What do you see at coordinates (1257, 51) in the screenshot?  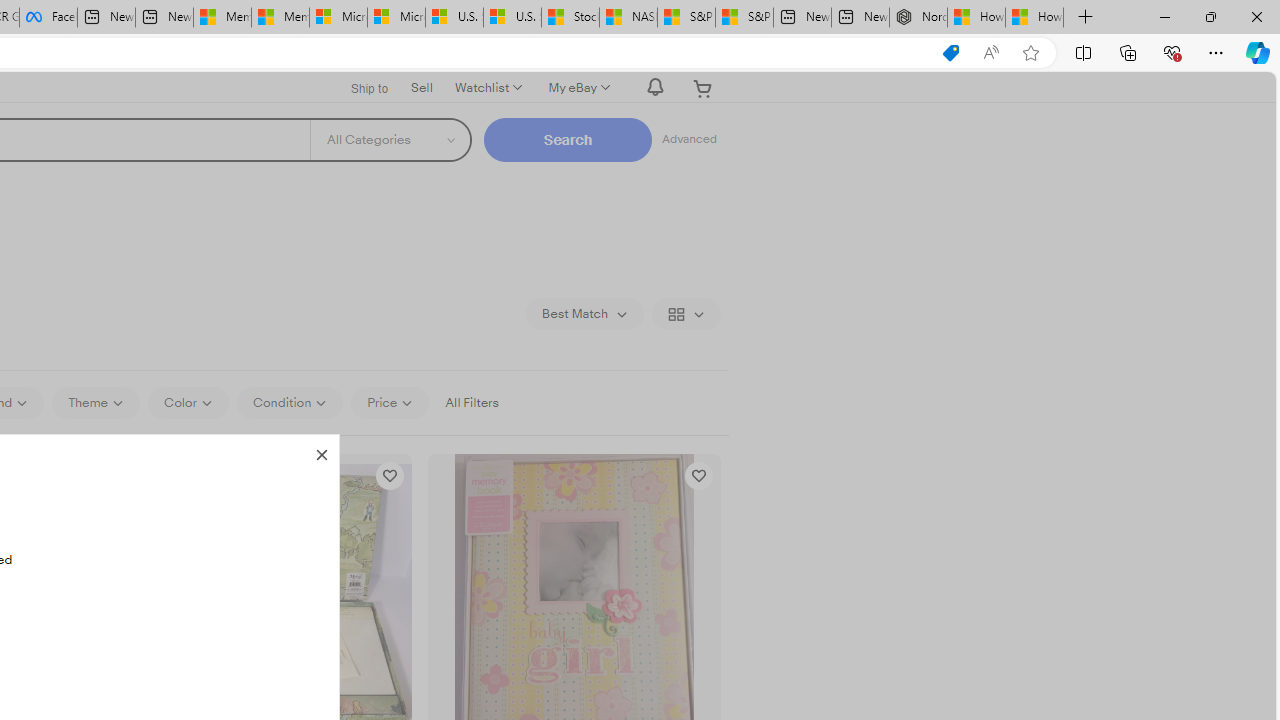 I see `'Copilot (Ctrl+Shift+.)'` at bounding box center [1257, 51].